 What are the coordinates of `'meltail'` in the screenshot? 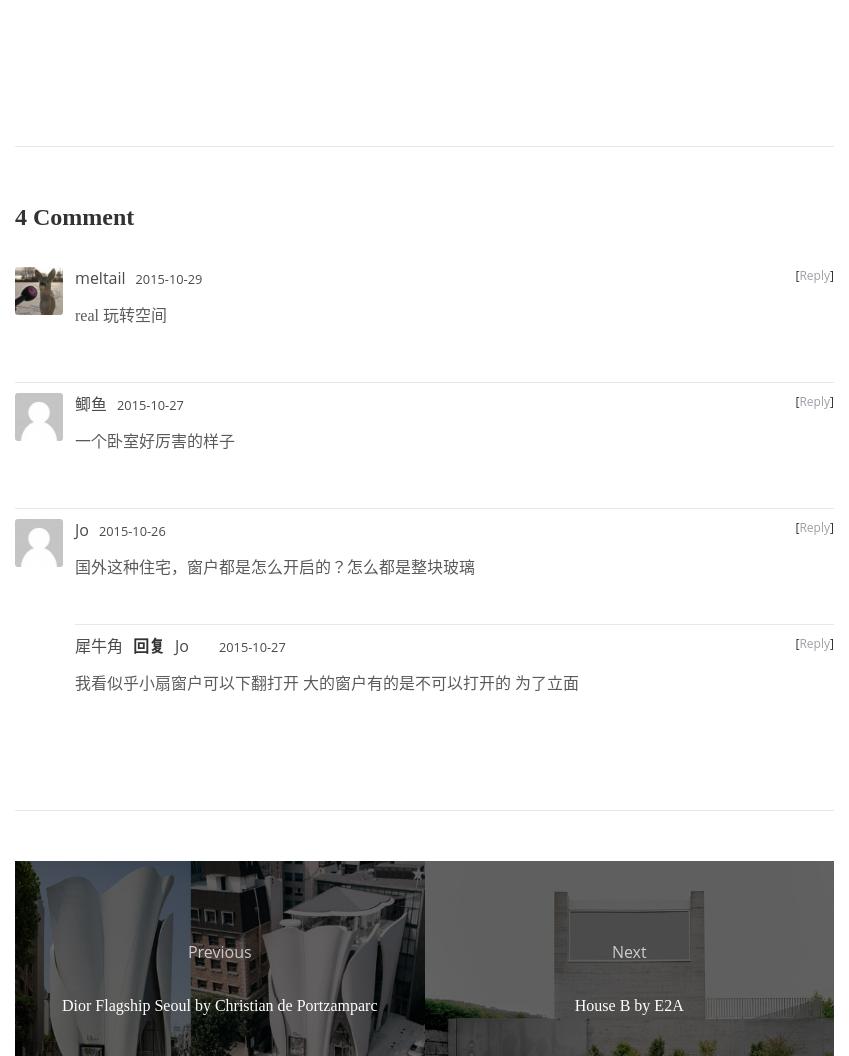 It's located at (99, 278).